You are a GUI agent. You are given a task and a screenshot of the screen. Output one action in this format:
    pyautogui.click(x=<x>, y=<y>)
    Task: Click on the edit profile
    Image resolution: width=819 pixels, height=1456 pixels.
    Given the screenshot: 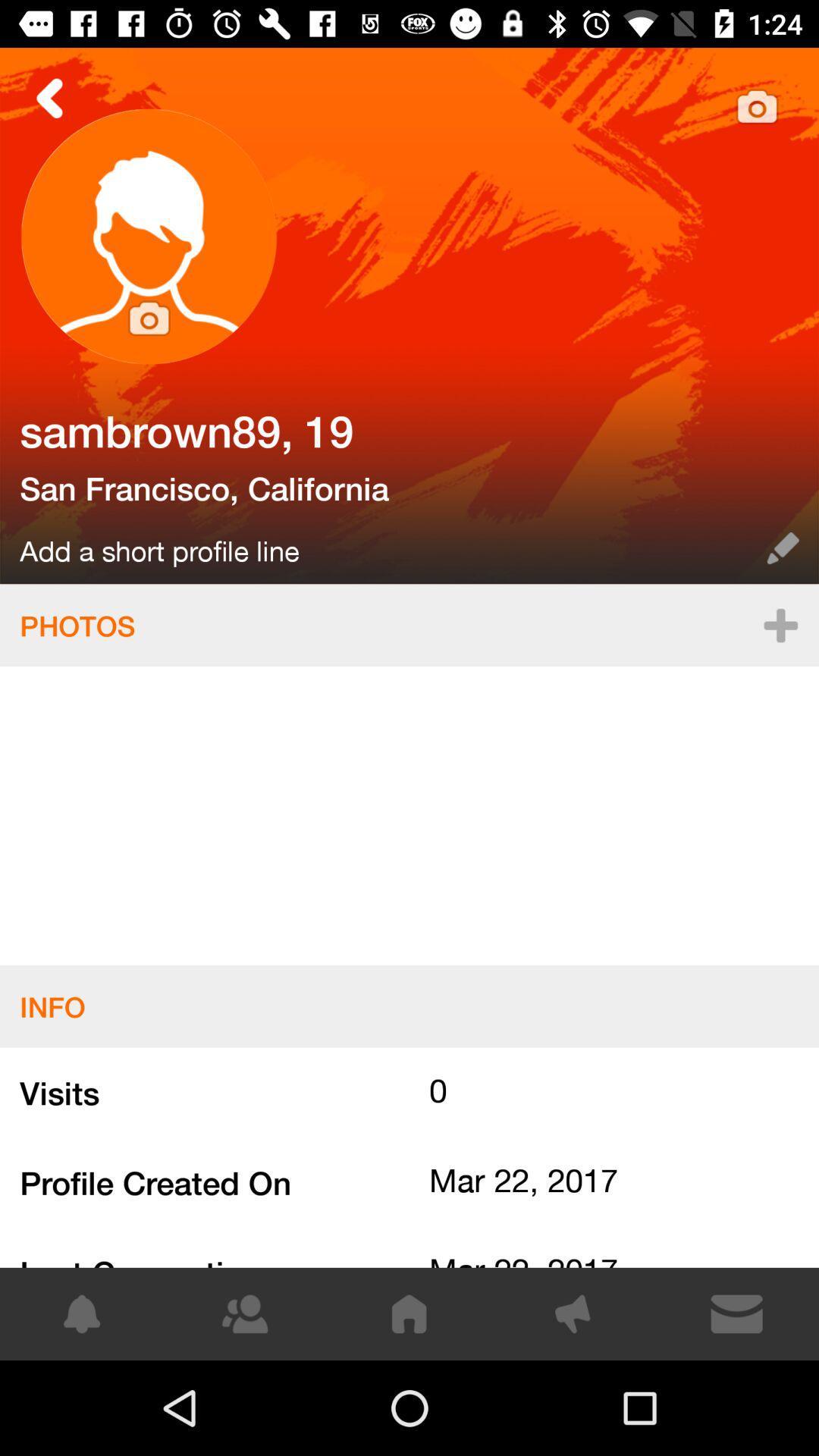 What is the action you would take?
    pyautogui.click(x=409, y=315)
    